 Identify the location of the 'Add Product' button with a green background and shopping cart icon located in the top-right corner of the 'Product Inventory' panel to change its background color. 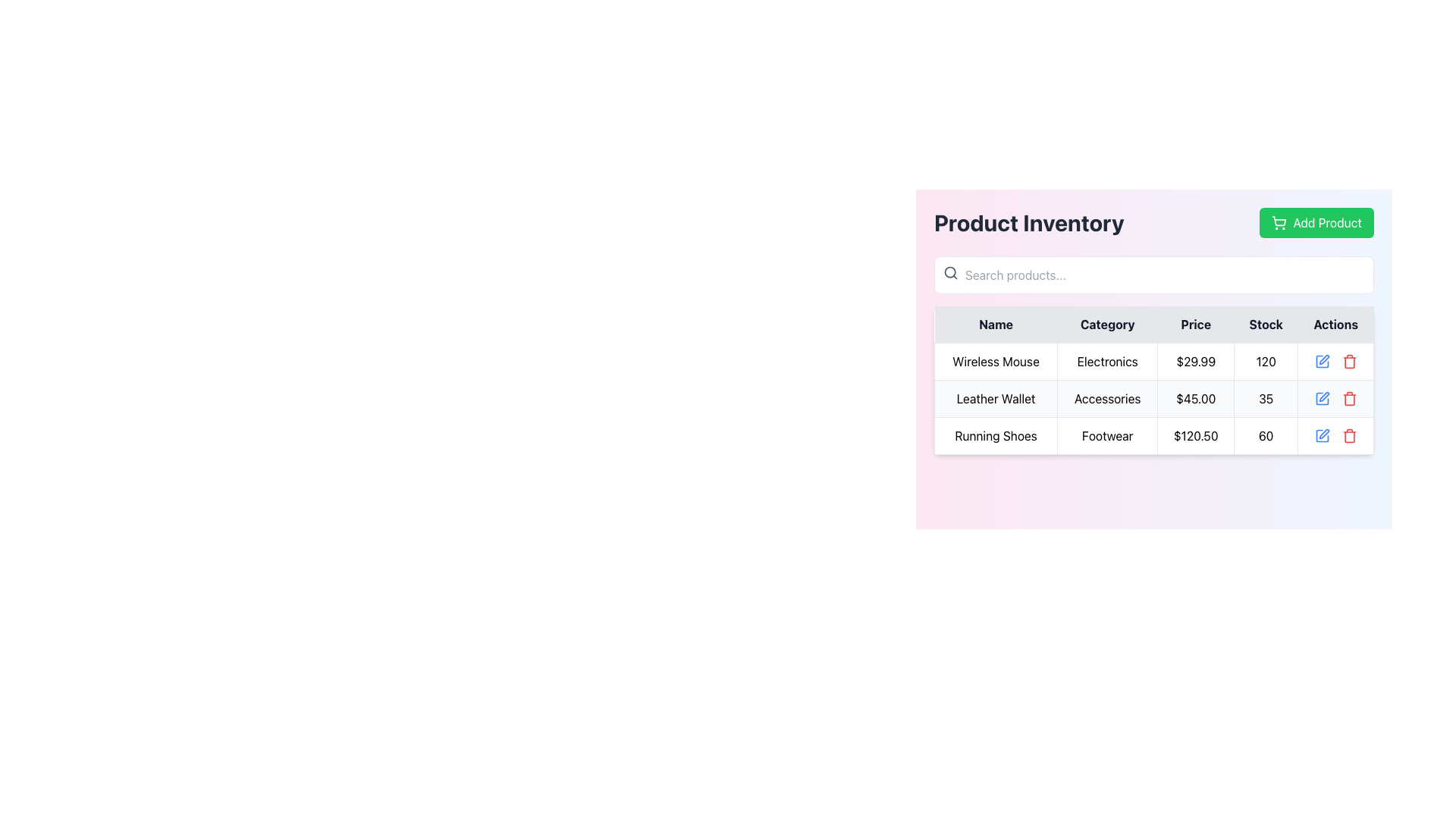
(1316, 222).